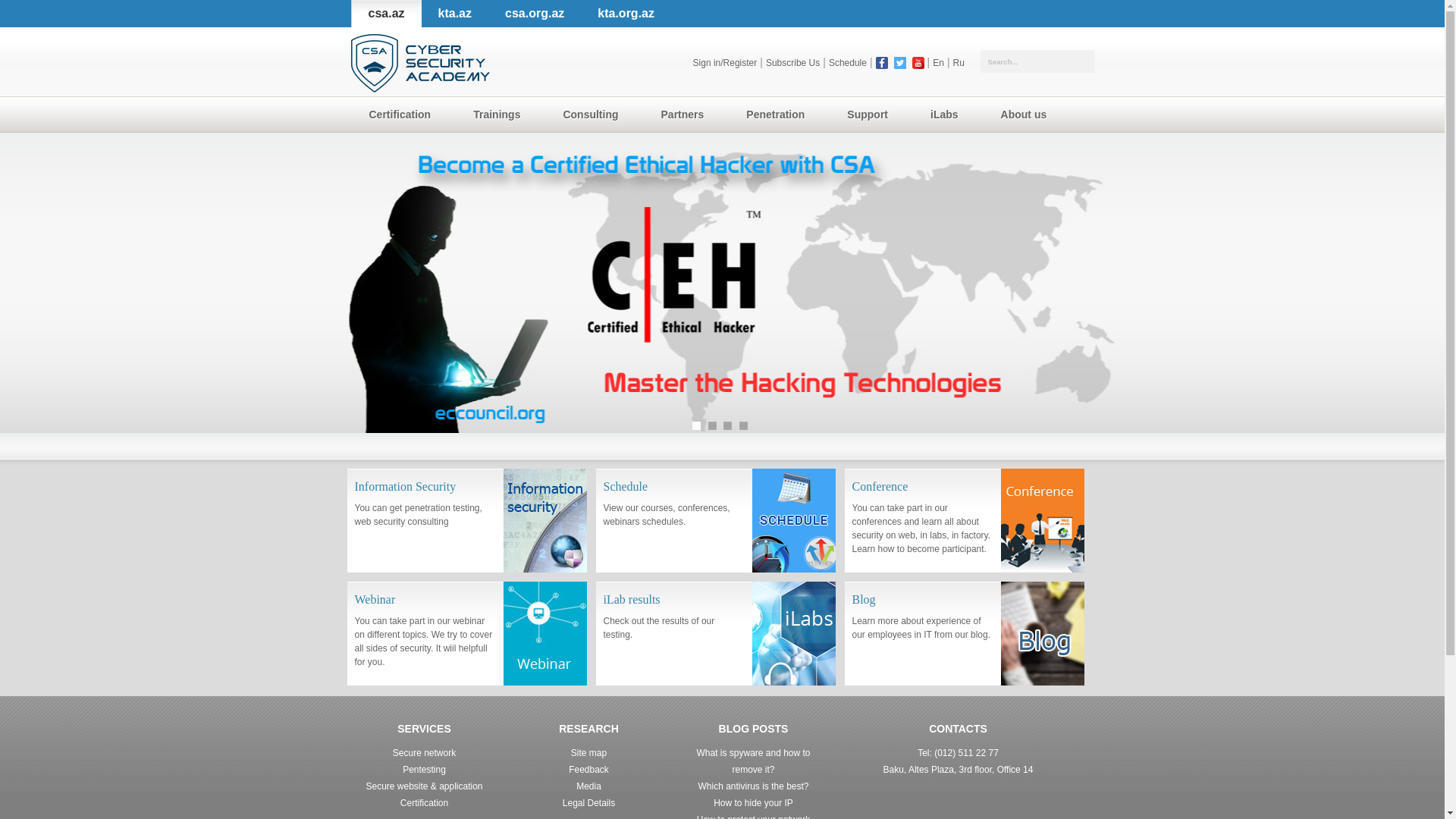  Describe the element at coordinates (626, 14) in the screenshot. I see `'kta.org.az'` at that location.